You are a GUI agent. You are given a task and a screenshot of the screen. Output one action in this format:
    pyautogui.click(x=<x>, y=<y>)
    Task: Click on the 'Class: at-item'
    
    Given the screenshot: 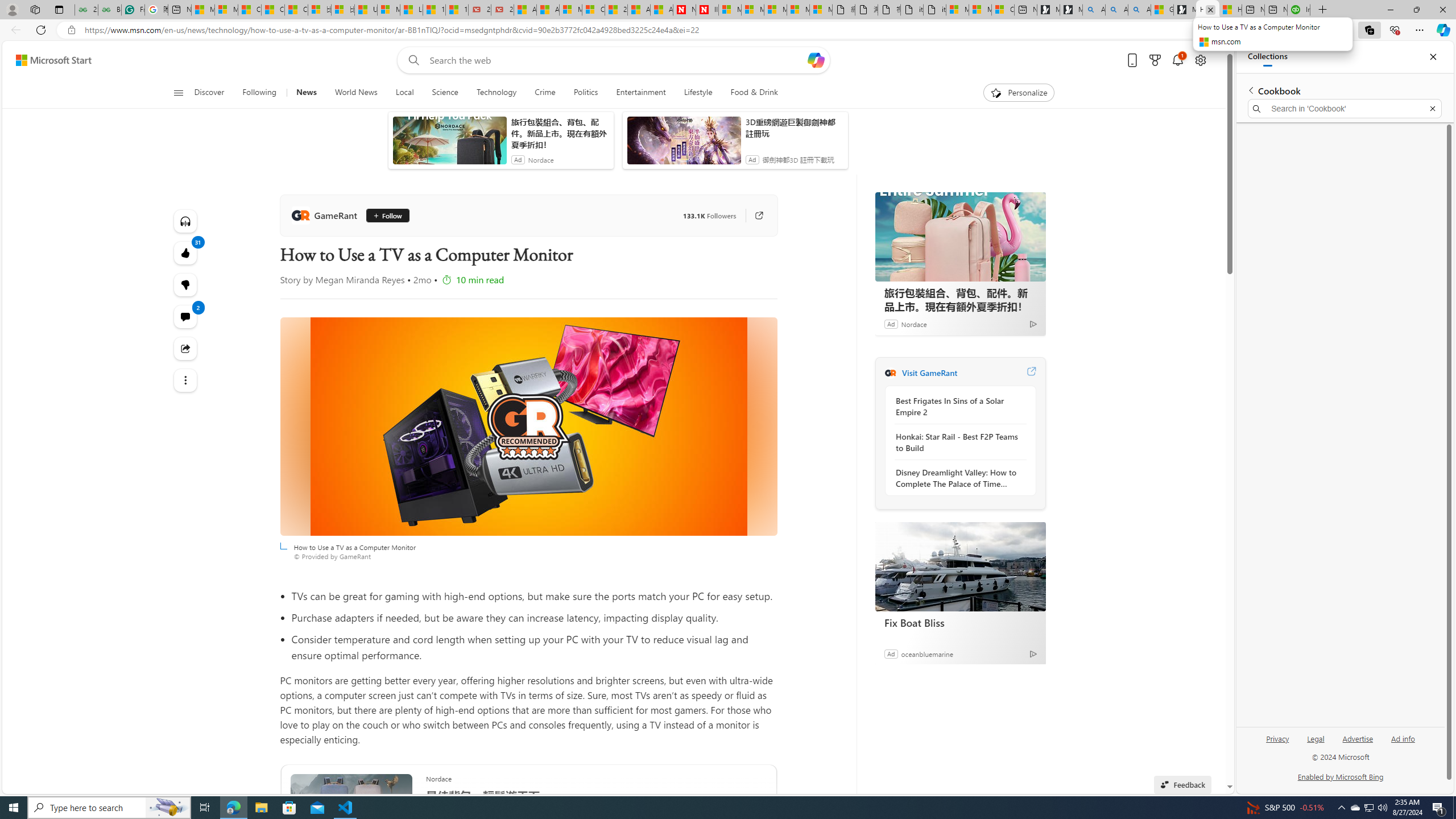 What is the action you would take?
    pyautogui.click(x=185, y=379)
    